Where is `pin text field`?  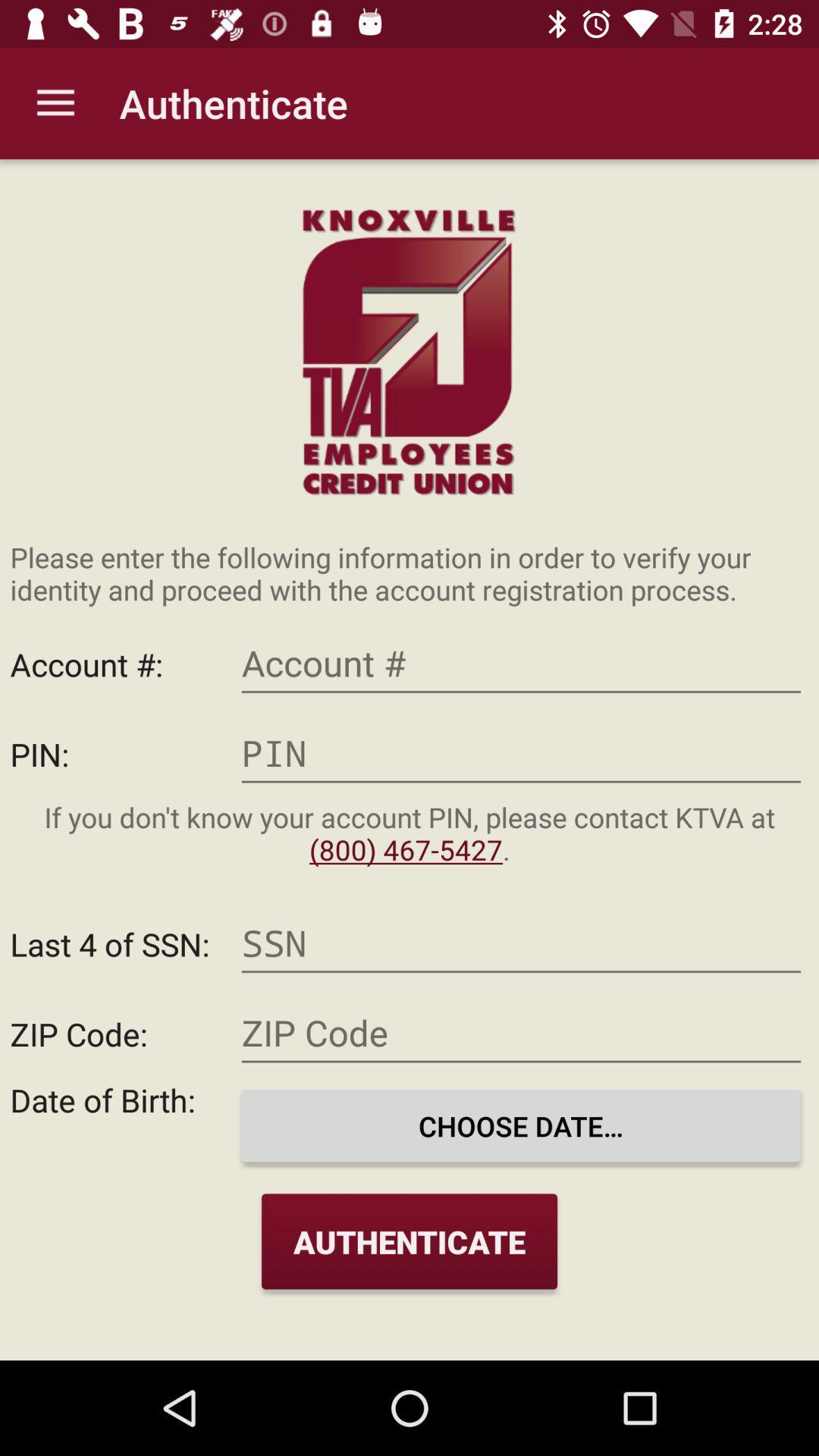 pin text field is located at coordinates (520, 753).